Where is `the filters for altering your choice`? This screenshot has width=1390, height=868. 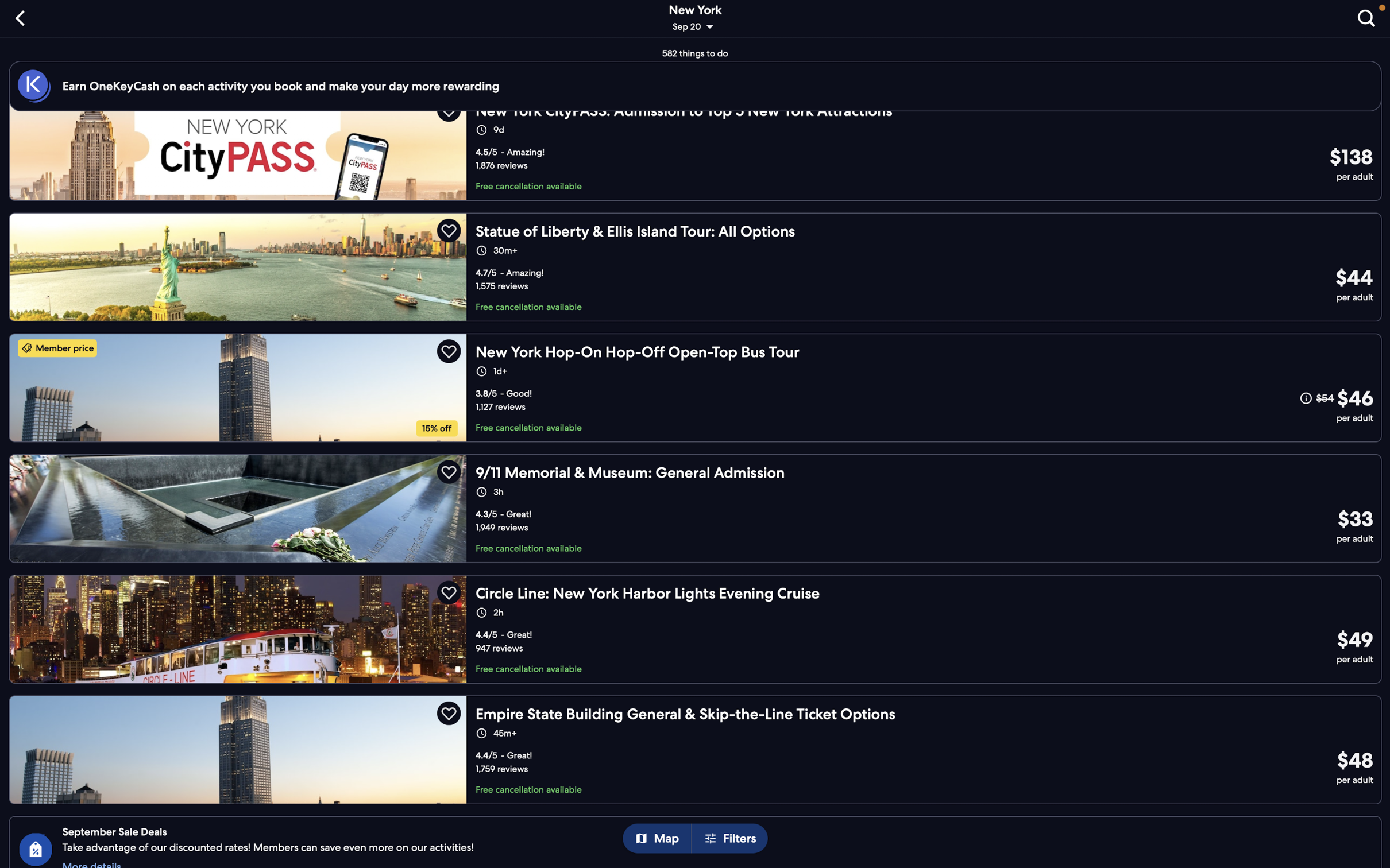 the filters for altering your choice is located at coordinates (733, 839).